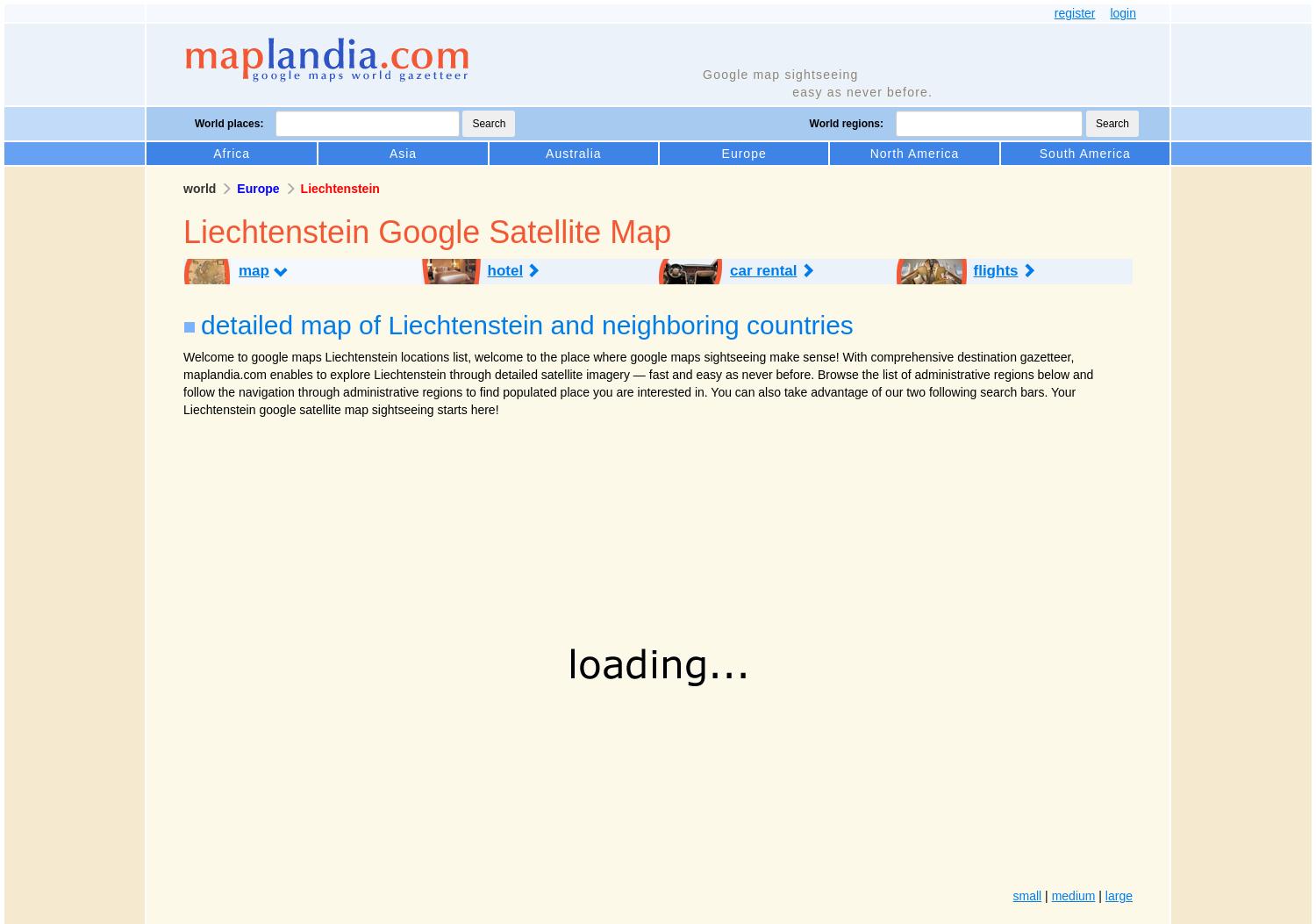  I want to click on 'easy as never before.', so click(861, 91).